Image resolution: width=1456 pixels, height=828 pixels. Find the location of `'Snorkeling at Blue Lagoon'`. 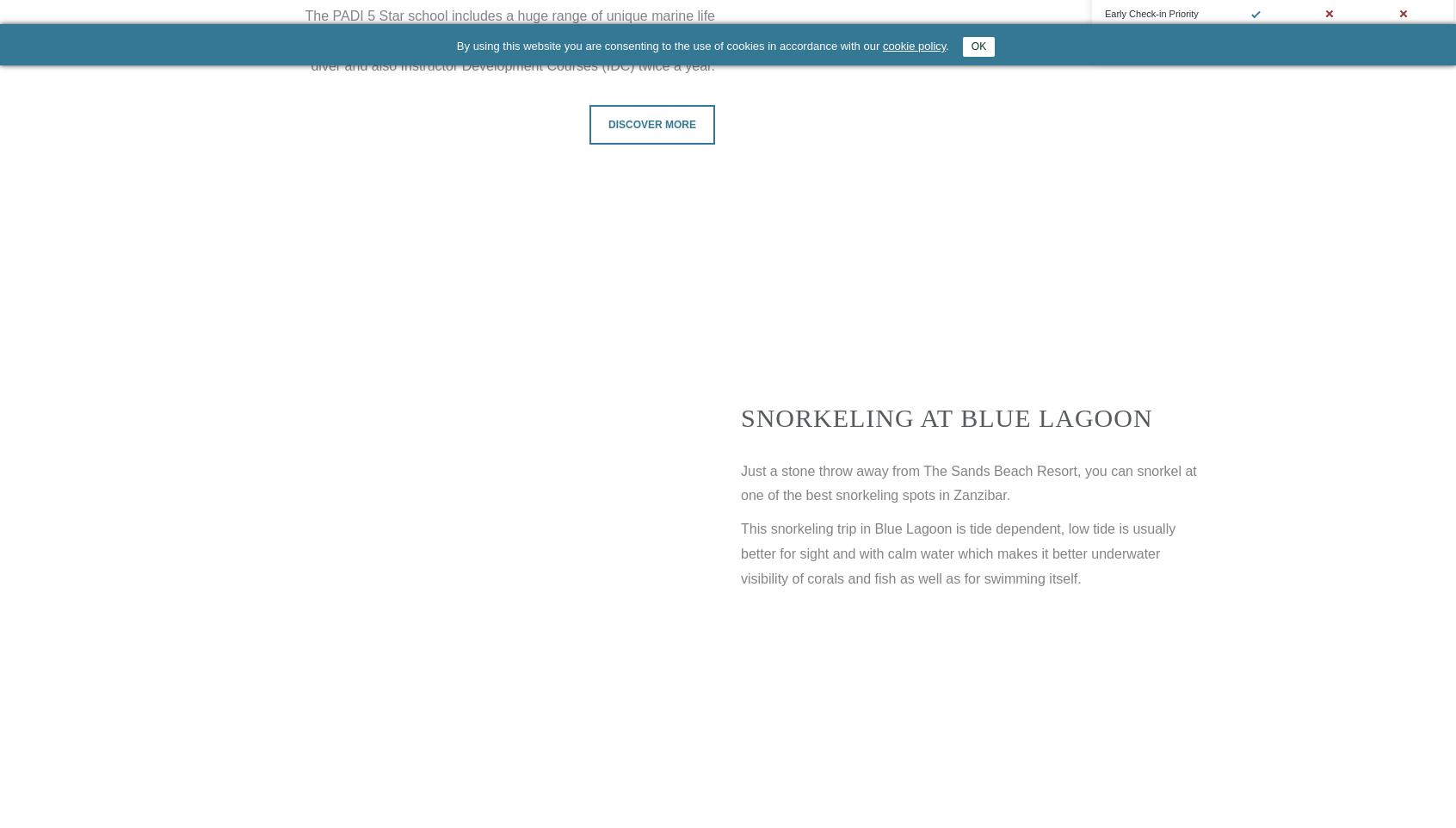

'Snorkeling at Blue Lagoon' is located at coordinates (946, 416).